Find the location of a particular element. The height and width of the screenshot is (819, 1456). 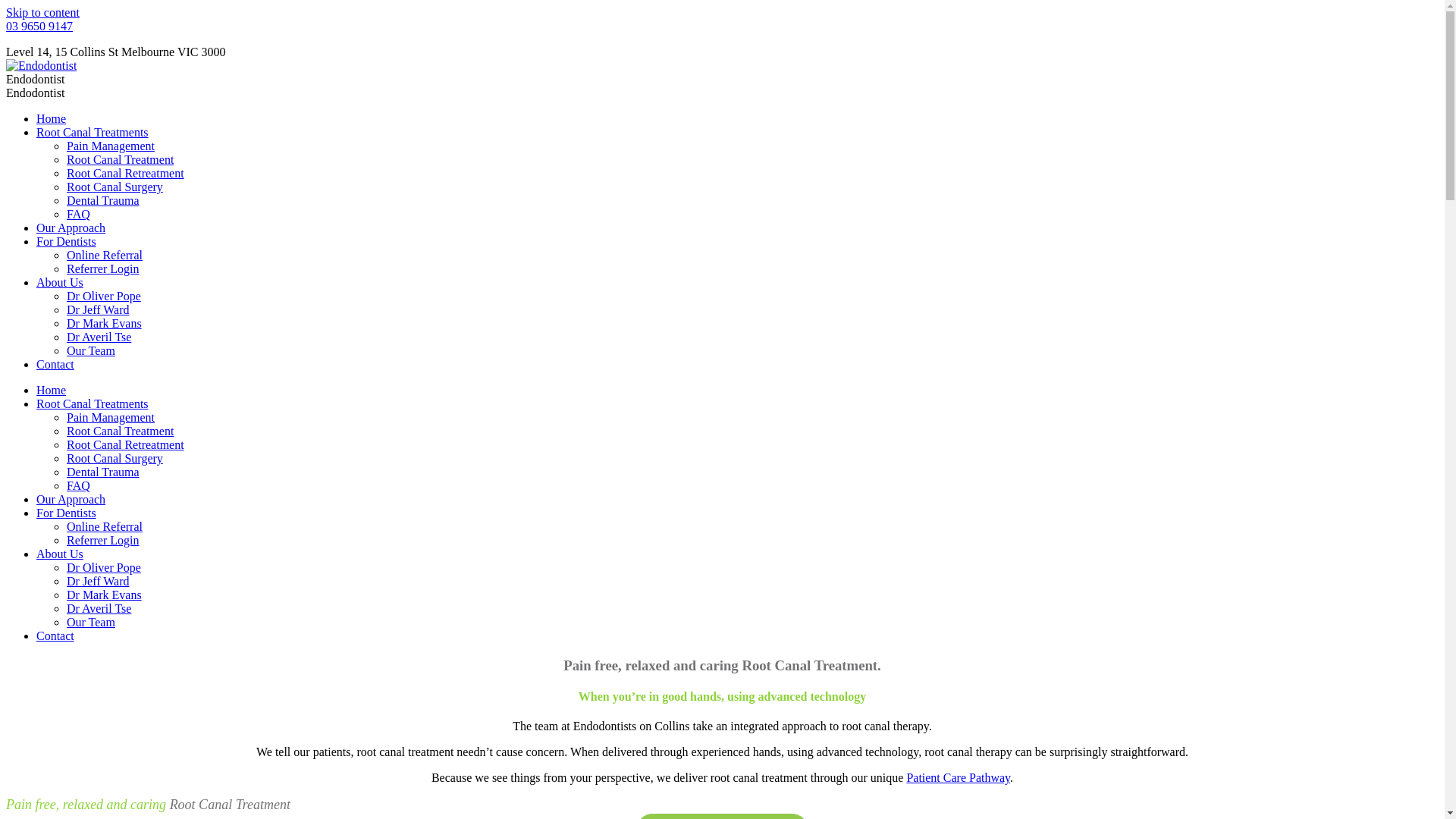

'About Us' is located at coordinates (59, 282).